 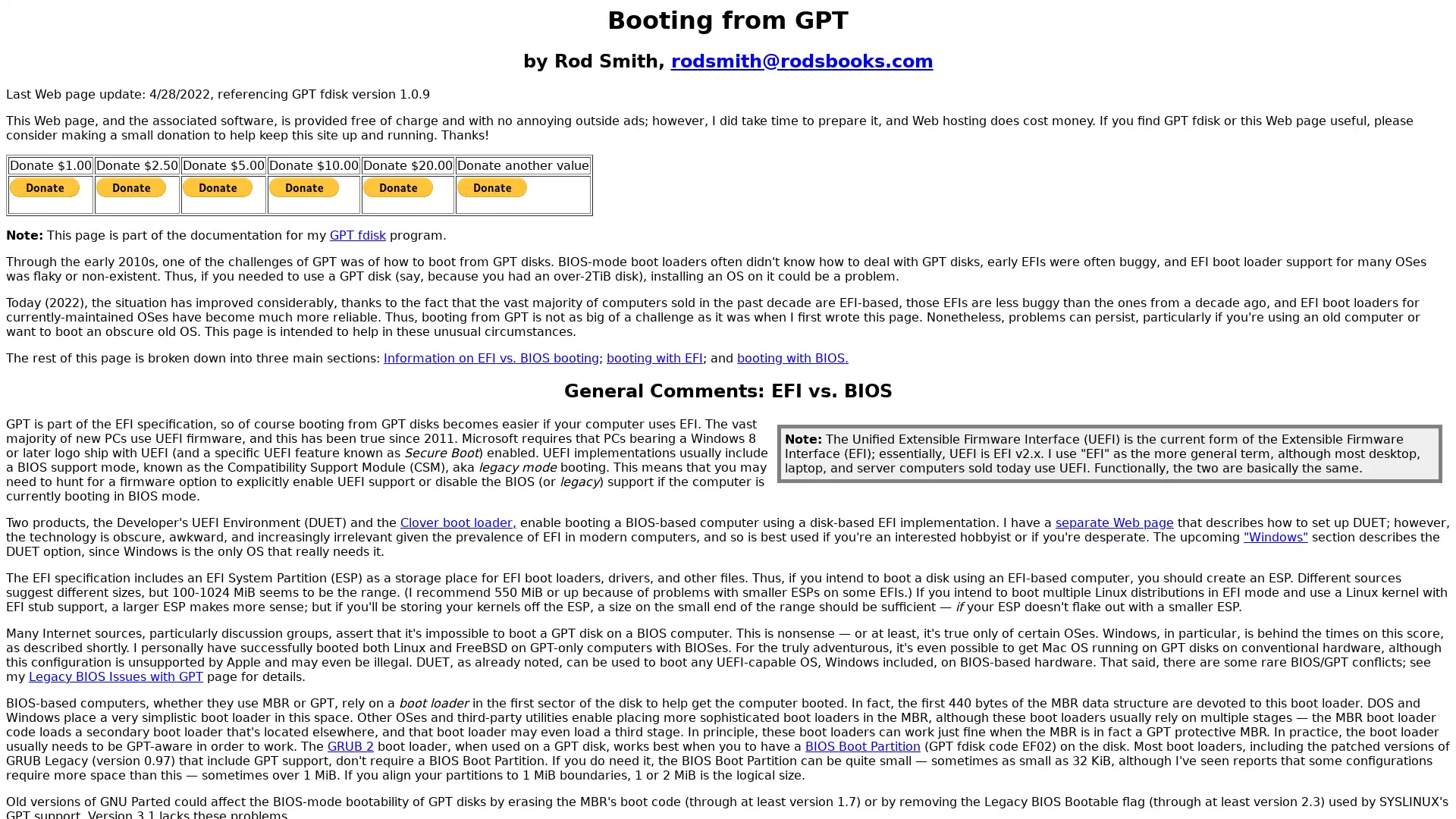 I want to click on PayPal - The safer, easier way to pay online!, so click(x=303, y=186).